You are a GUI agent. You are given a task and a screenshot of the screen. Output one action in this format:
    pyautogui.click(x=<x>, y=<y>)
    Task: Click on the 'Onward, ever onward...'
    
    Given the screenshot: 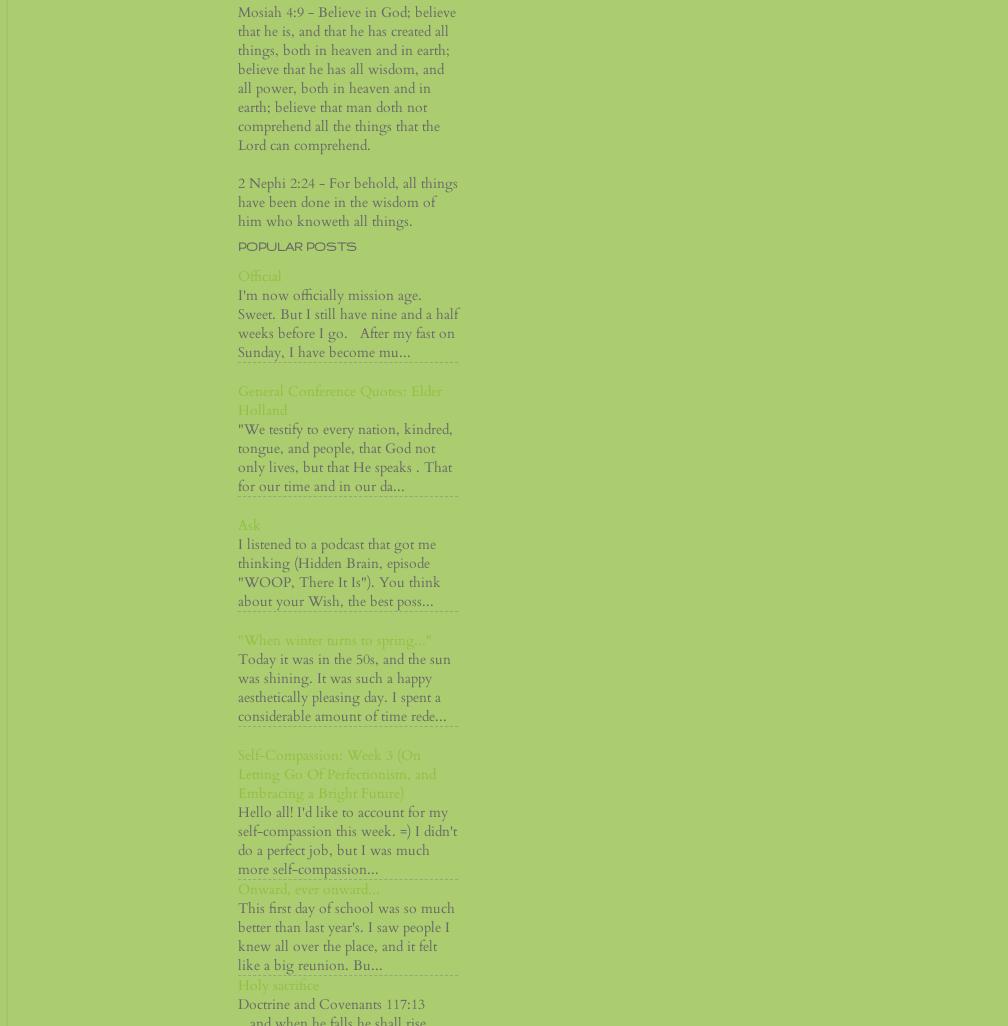 What is the action you would take?
    pyautogui.click(x=308, y=888)
    